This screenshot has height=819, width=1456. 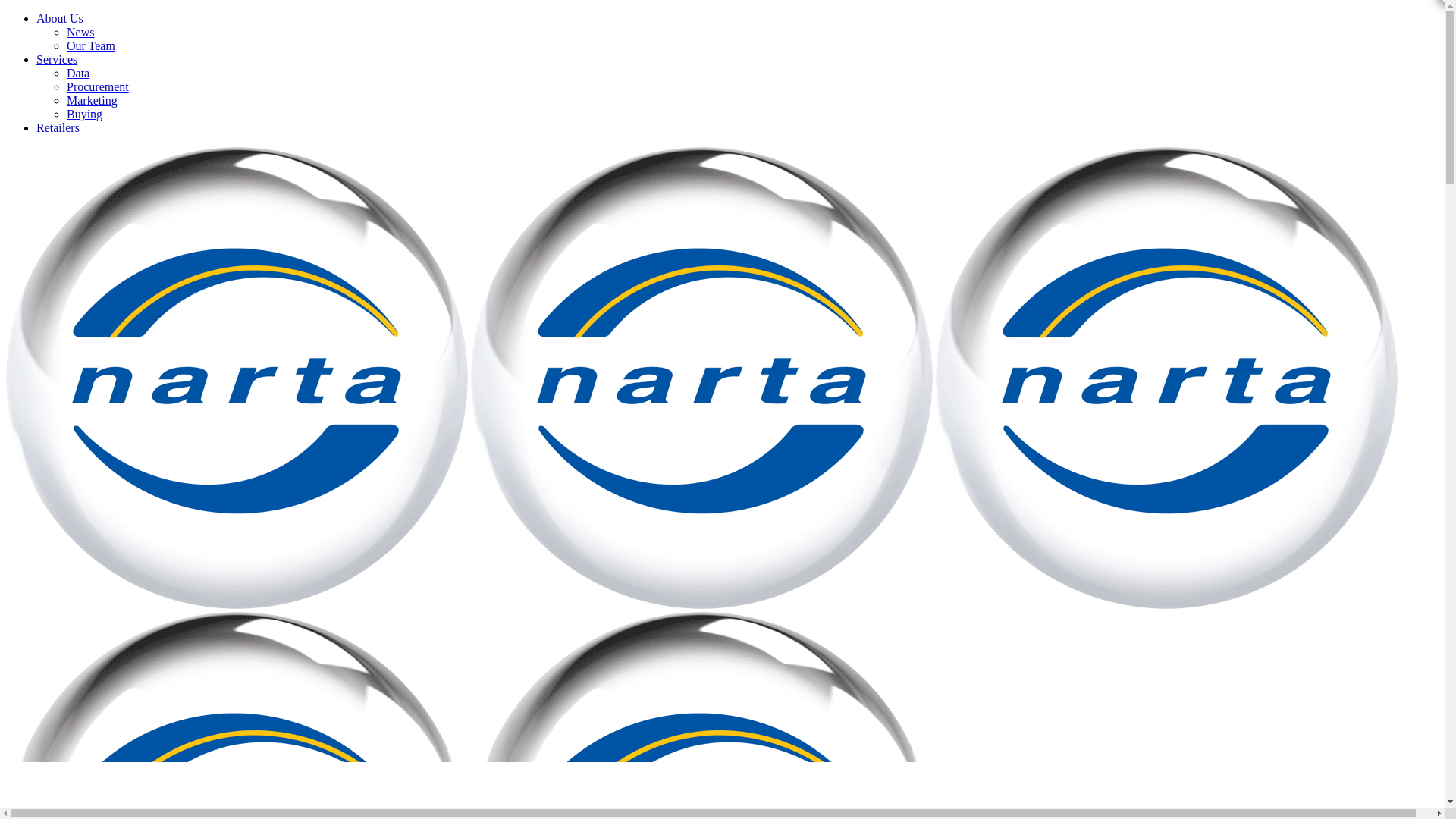 I want to click on 'Data', so click(x=77, y=73).